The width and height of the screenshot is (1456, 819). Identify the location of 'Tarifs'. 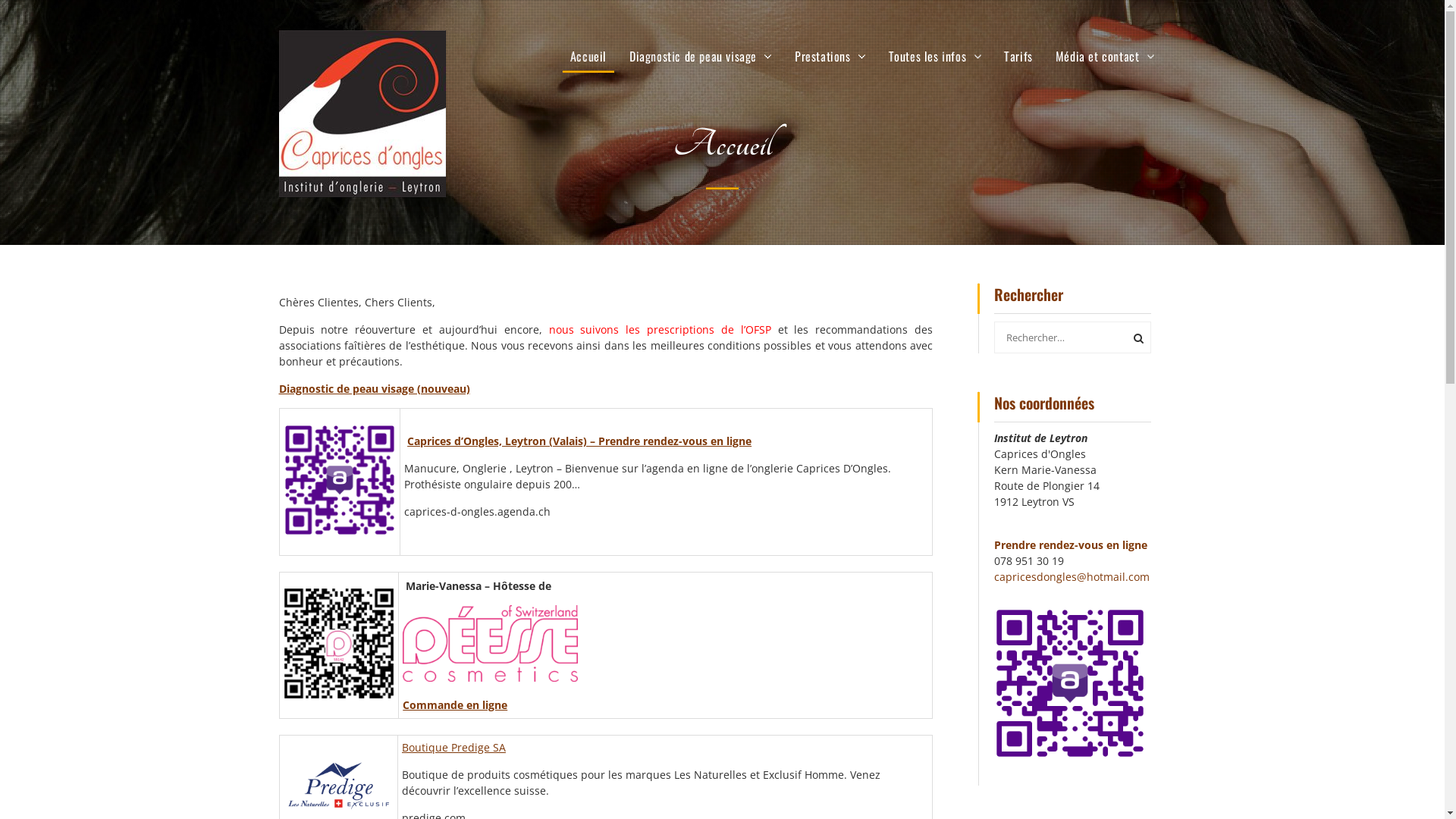
(1018, 55).